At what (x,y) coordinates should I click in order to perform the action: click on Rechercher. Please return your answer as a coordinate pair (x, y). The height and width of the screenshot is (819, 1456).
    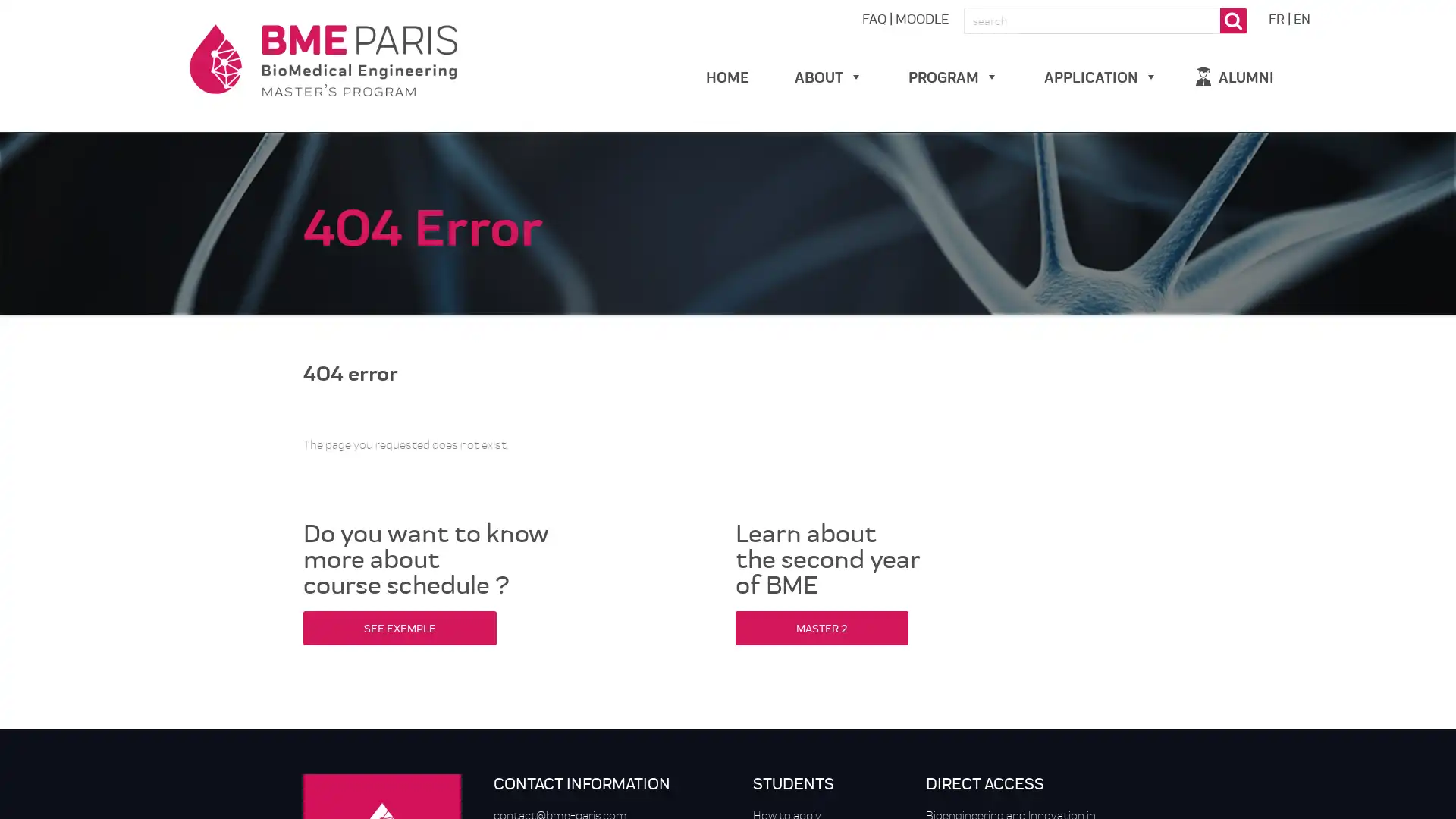
    Looking at the image, I should click on (1233, 20).